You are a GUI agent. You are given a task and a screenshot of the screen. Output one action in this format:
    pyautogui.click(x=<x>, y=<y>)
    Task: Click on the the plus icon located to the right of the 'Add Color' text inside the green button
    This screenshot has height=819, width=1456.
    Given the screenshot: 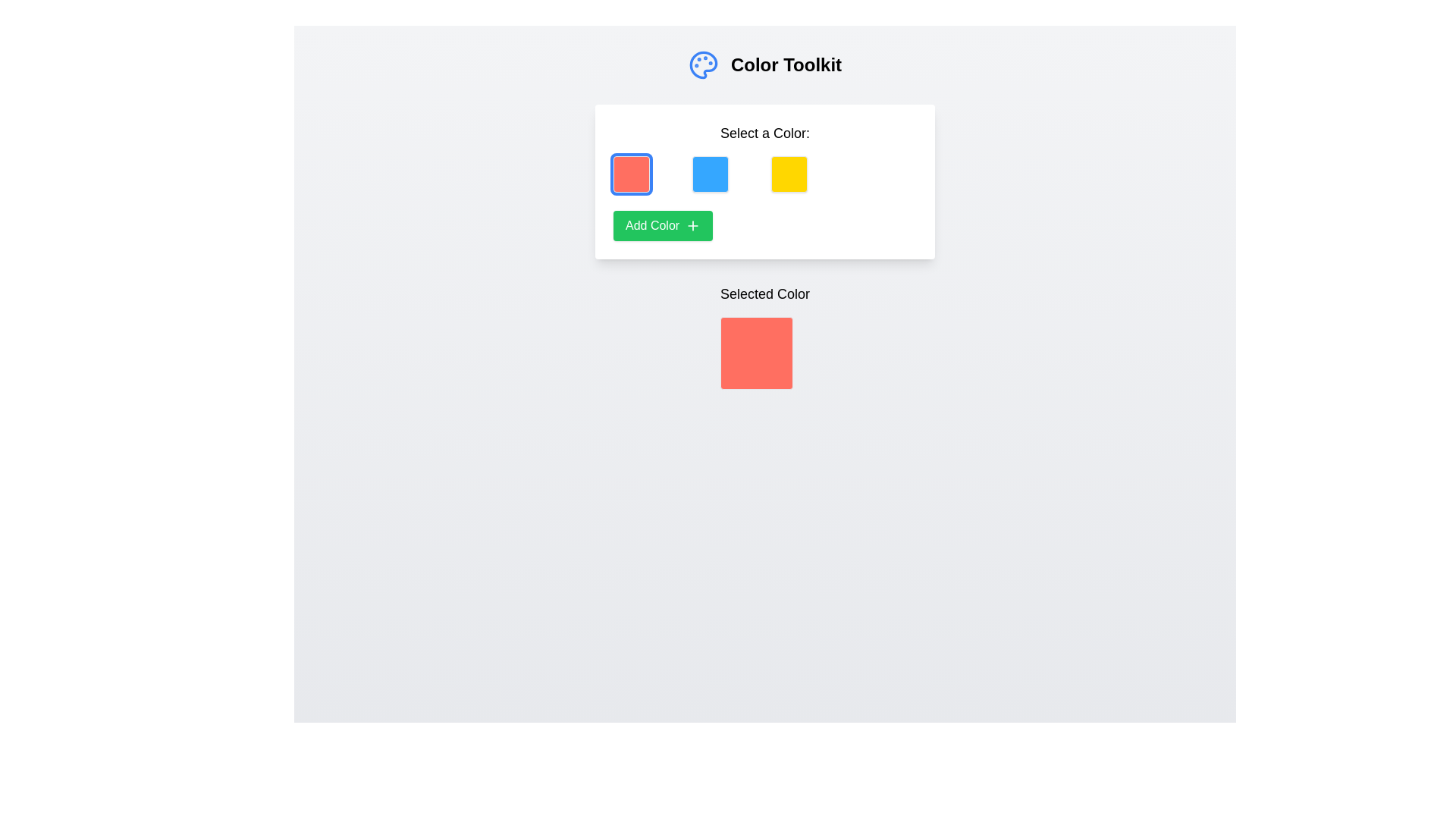 What is the action you would take?
    pyautogui.click(x=692, y=225)
    